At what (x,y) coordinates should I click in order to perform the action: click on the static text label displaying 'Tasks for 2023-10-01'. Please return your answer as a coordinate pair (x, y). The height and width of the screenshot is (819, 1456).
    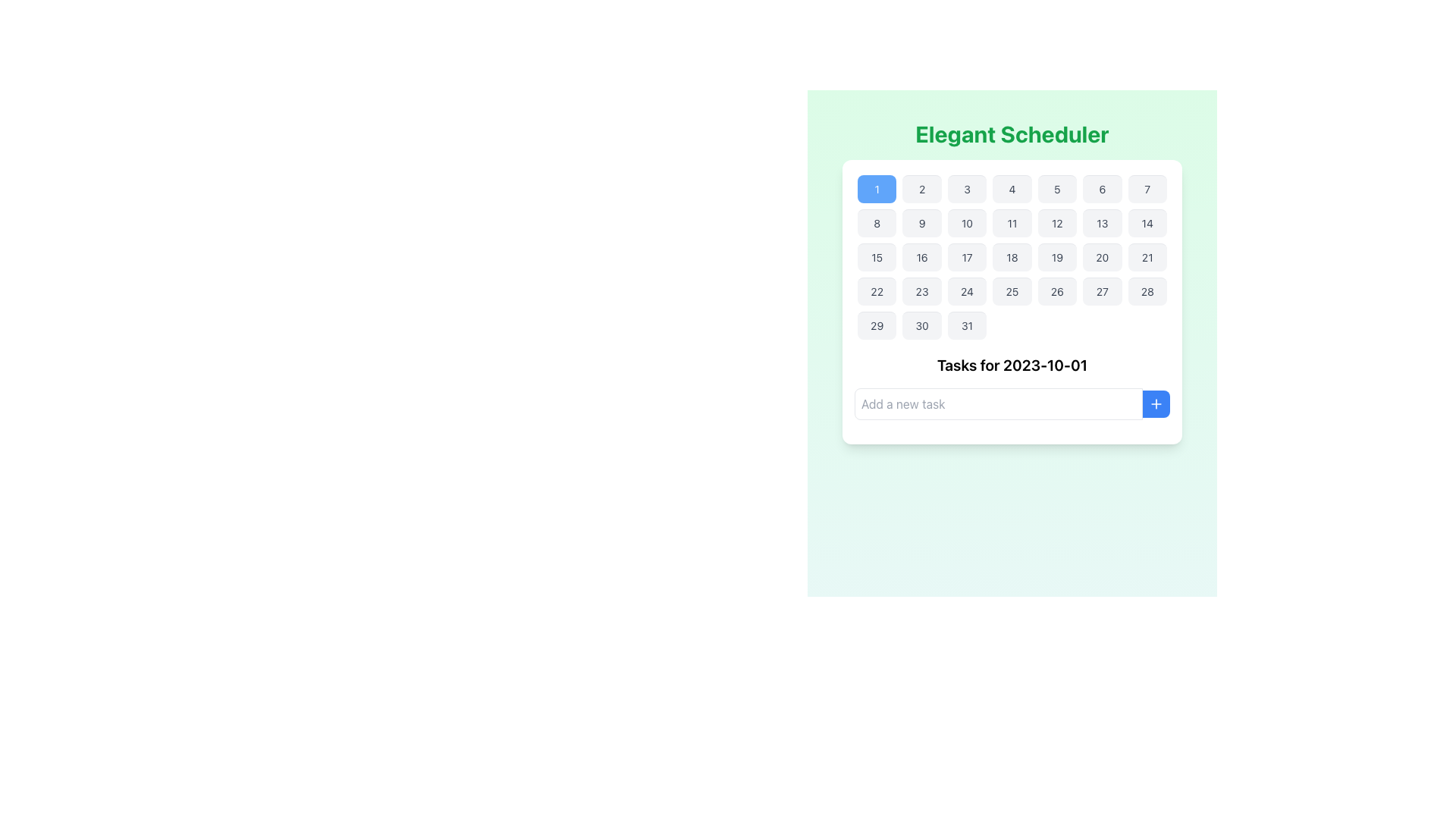
    Looking at the image, I should click on (1012, 366).